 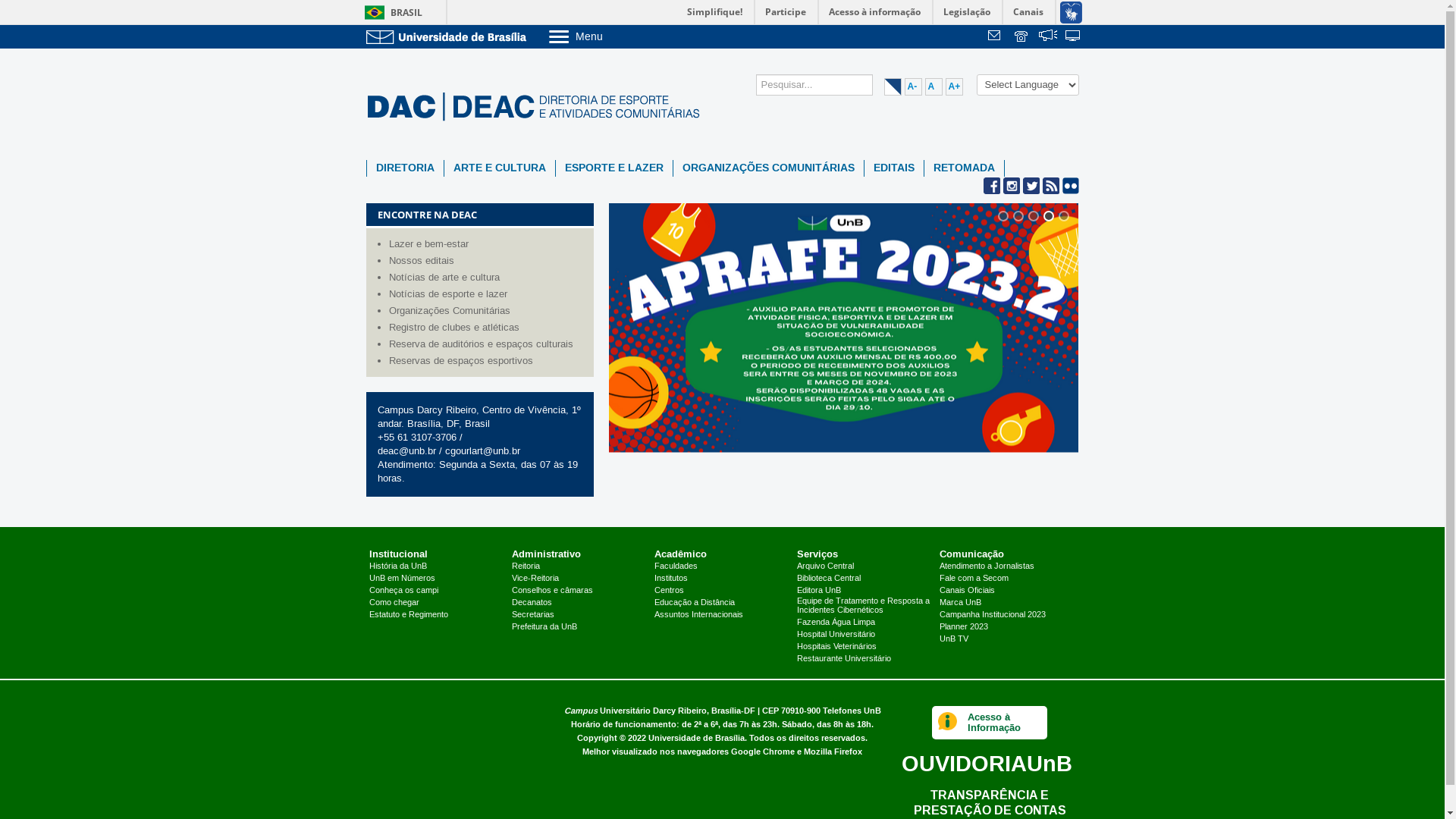 What do you see at coordinates (996, 36) in the screenshot?
I see `'Webmail'` at bounding box center [996, 36].